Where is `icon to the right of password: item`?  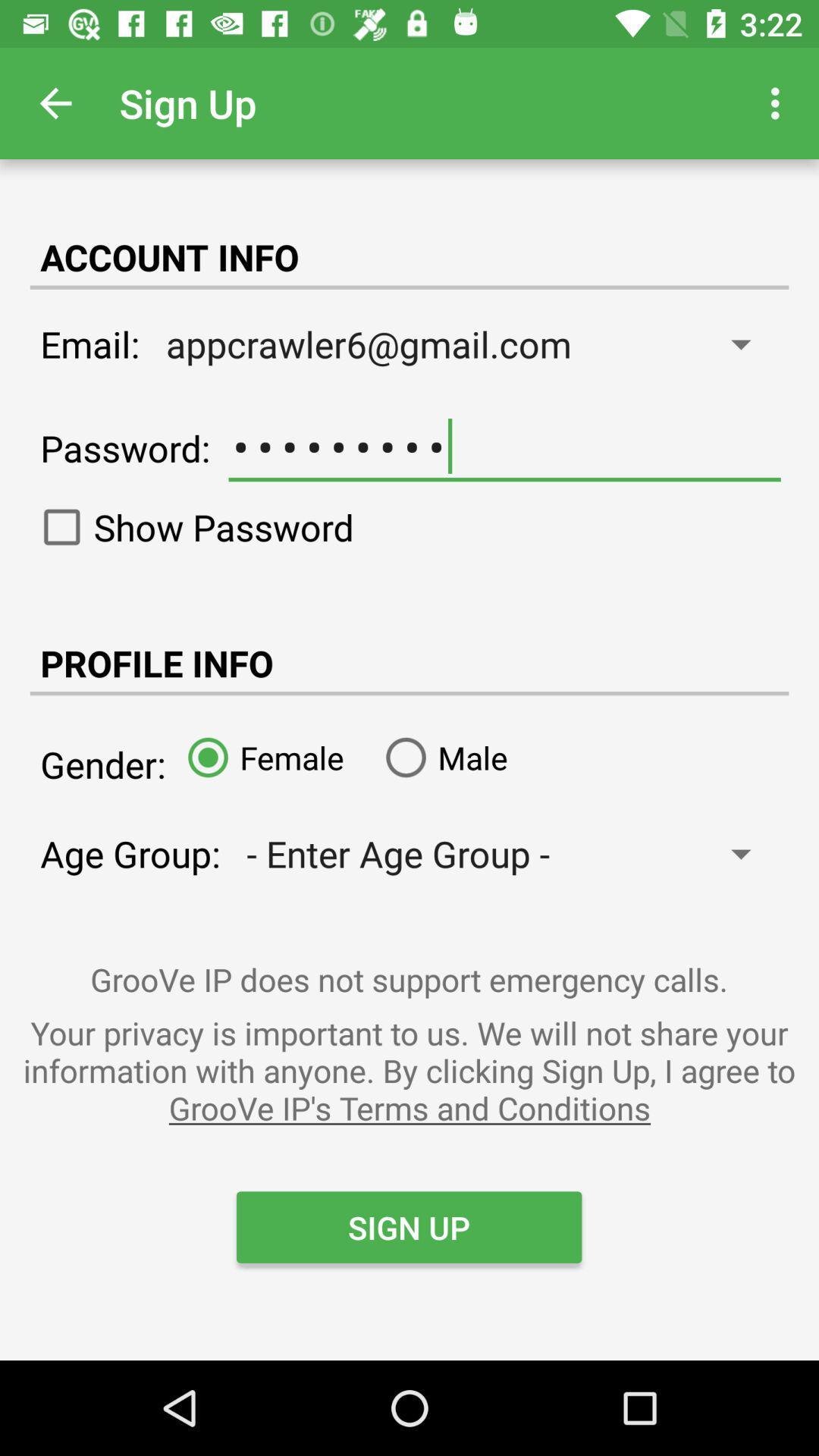
icon to the right of password: item is located at coordinates (504, 446).